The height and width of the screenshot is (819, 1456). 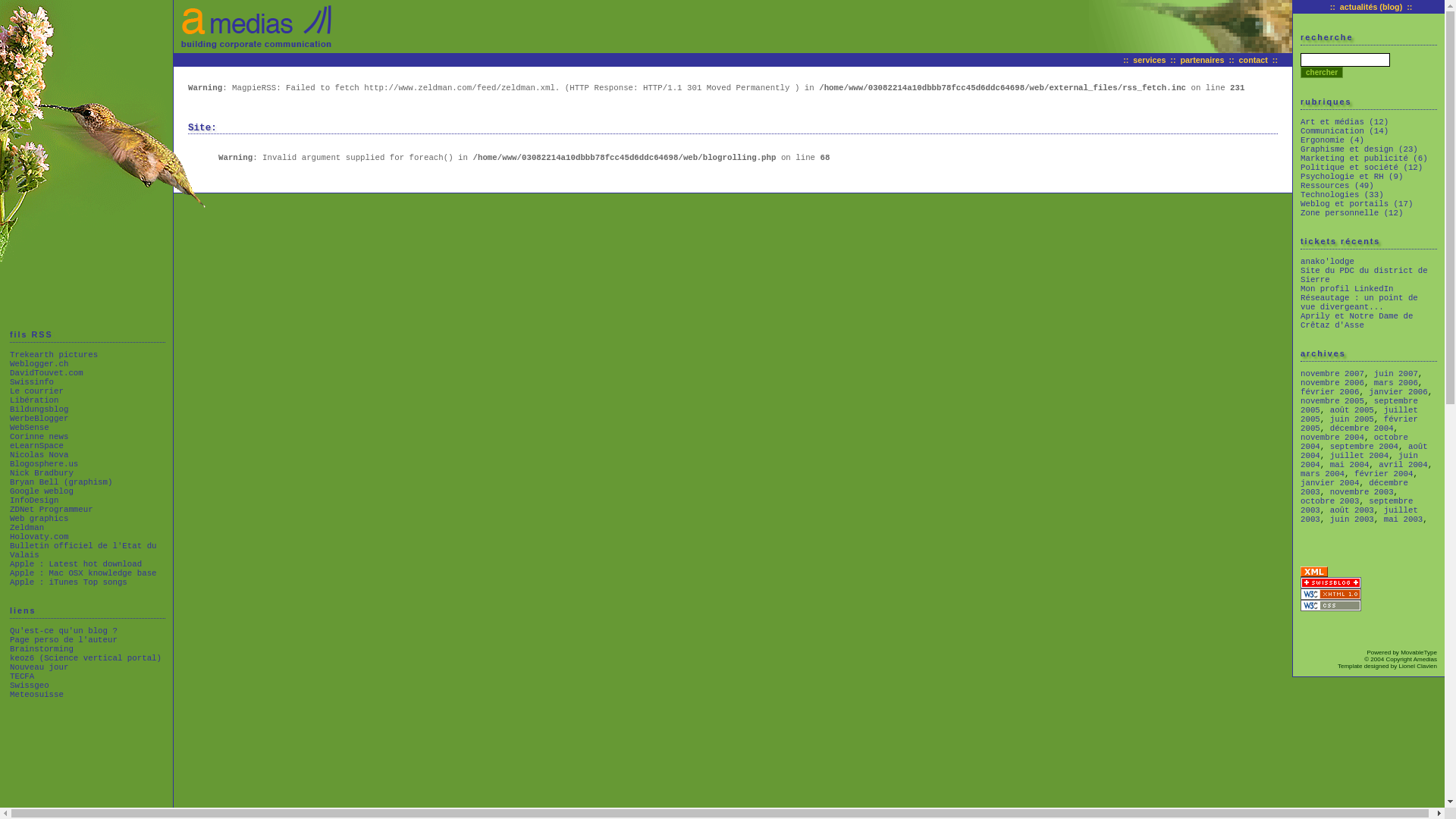 I want to click on 'Apple : Latest hot download', so click(x=10, y=564).